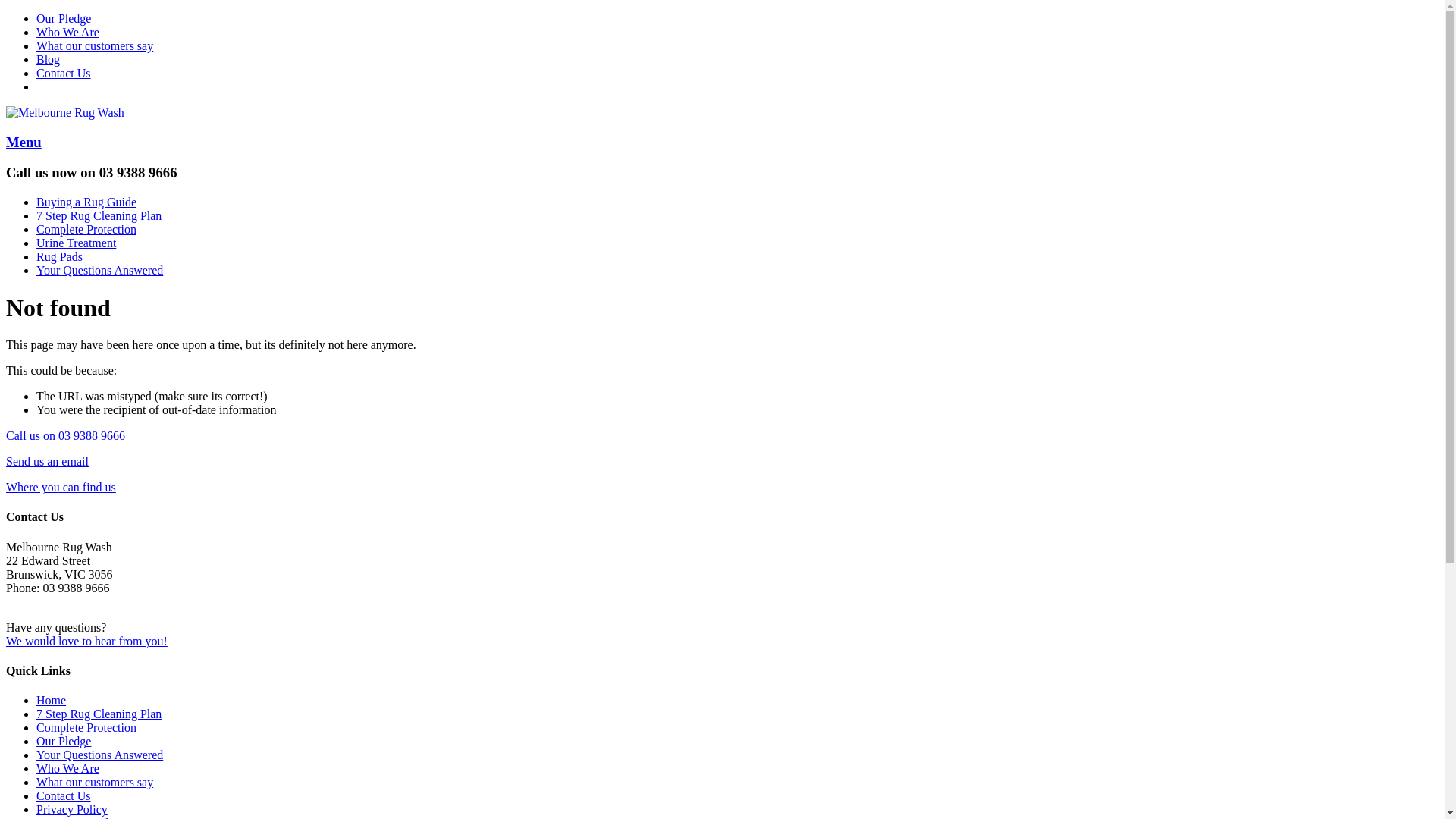 The image size is (1456, 819). I want to click on 'Home', so click(51, 700).